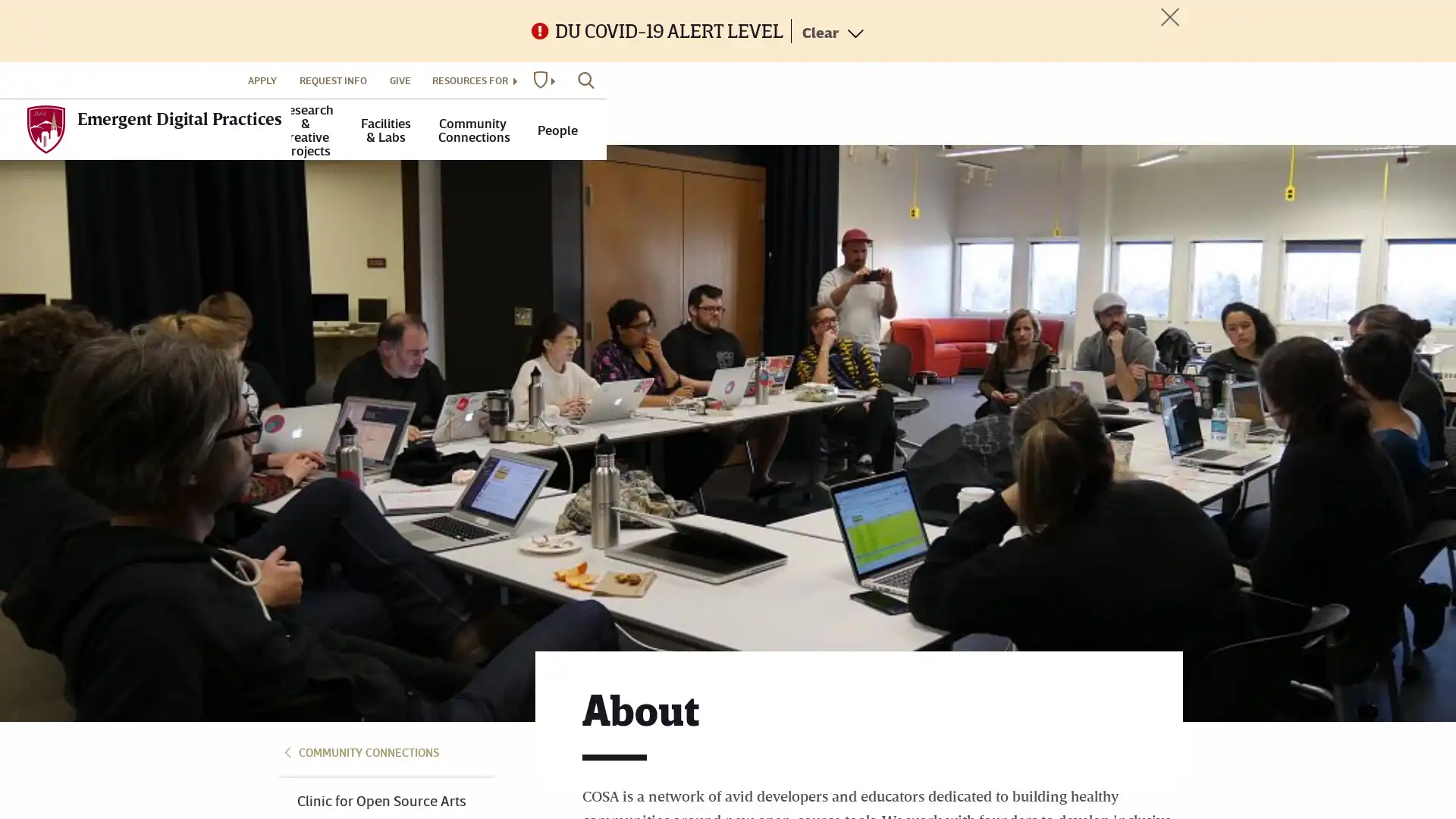 The height and width of the screenshot is (819, 1456). I want to click on Toggle Alert, so click(1169, 17).